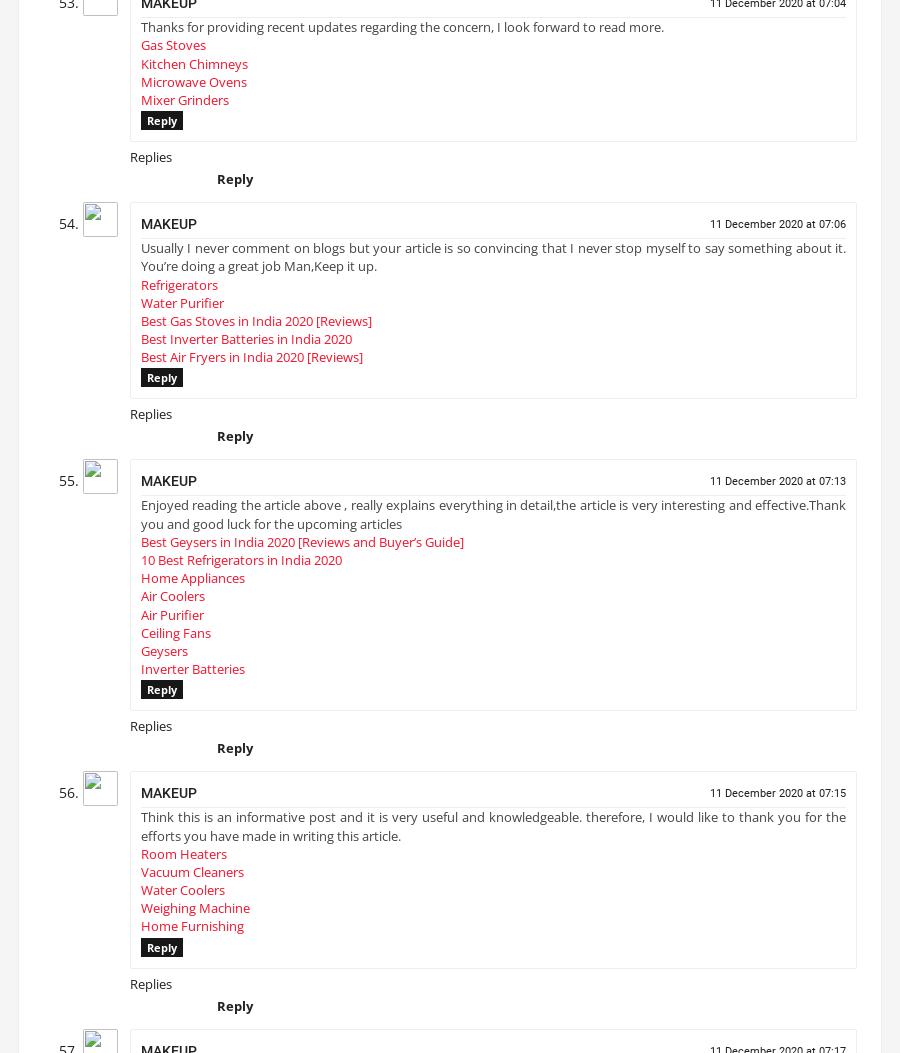 This screenshot has height=1053, width=900. I want to click on 'Refrigerators', so click(179, 291).